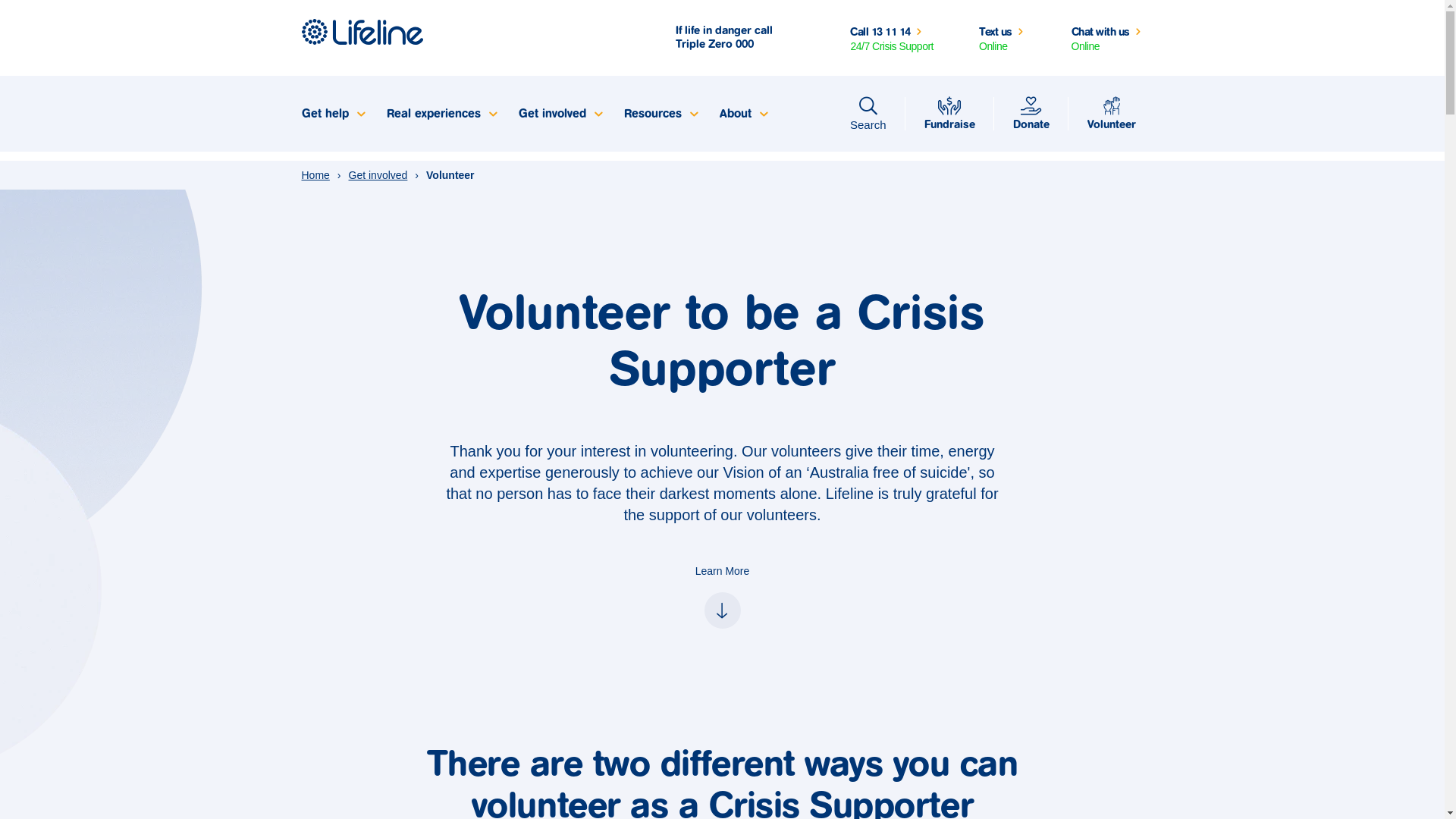 Image resolution: width=1456 pixels, height=819 pixels. What do you see at coordinates (378, 174) in the screenshot?
I see `'Get involved'` at bounding box center [378, 174].